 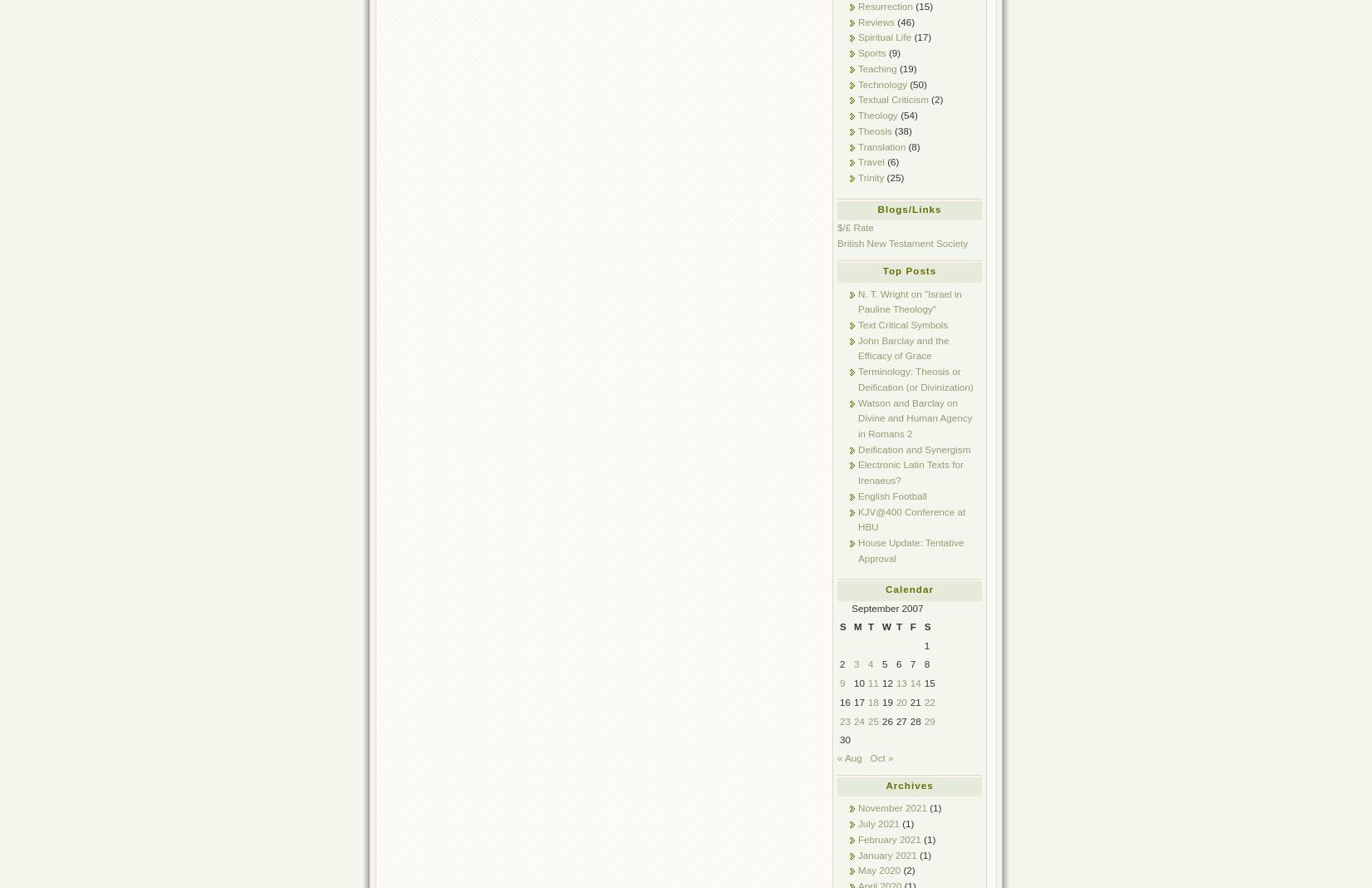 I want to click on 'Text Critical Symbols', so click(x=858, y=323).